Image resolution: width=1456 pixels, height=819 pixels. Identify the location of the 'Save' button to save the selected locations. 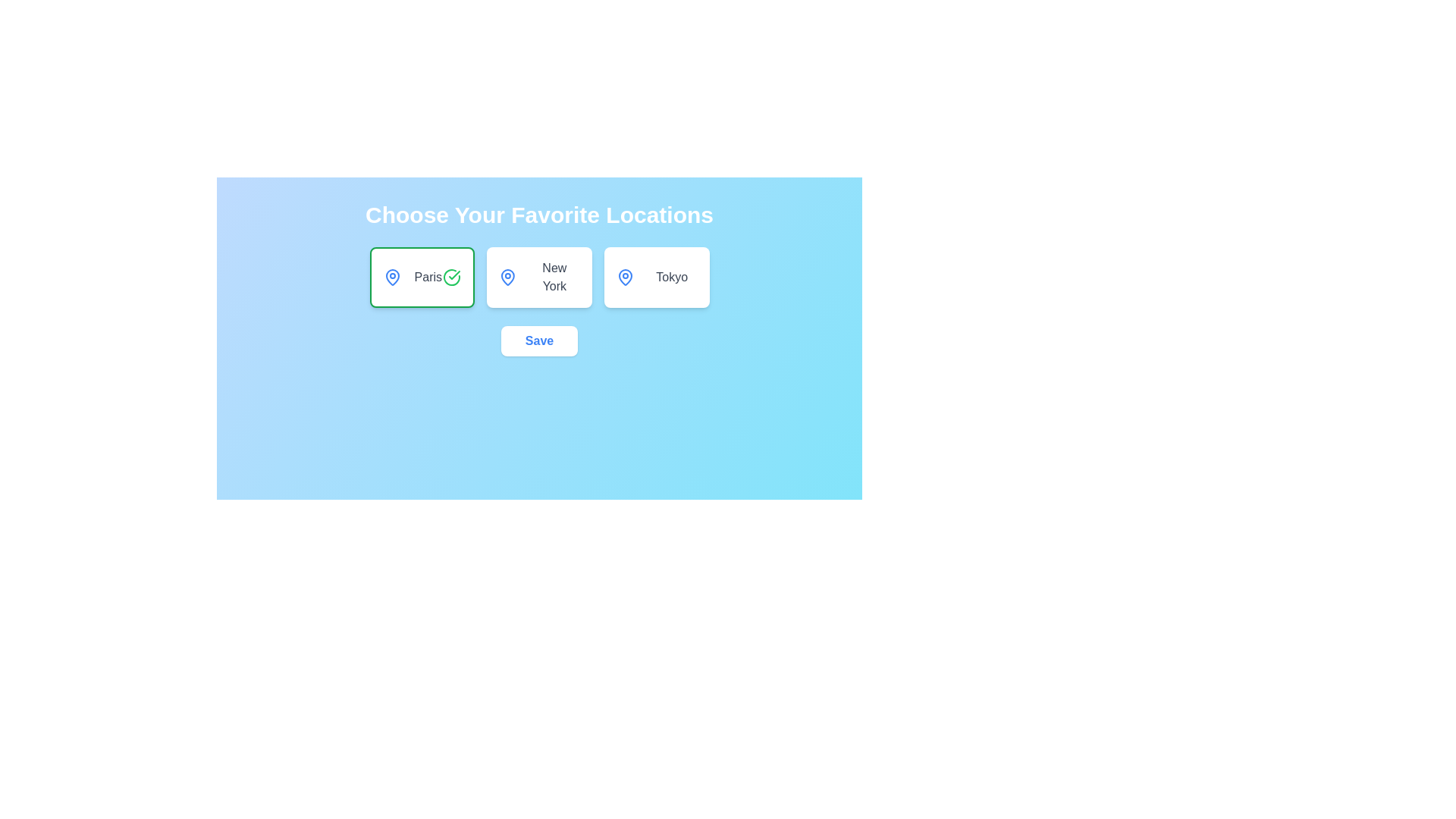
(539, 341).